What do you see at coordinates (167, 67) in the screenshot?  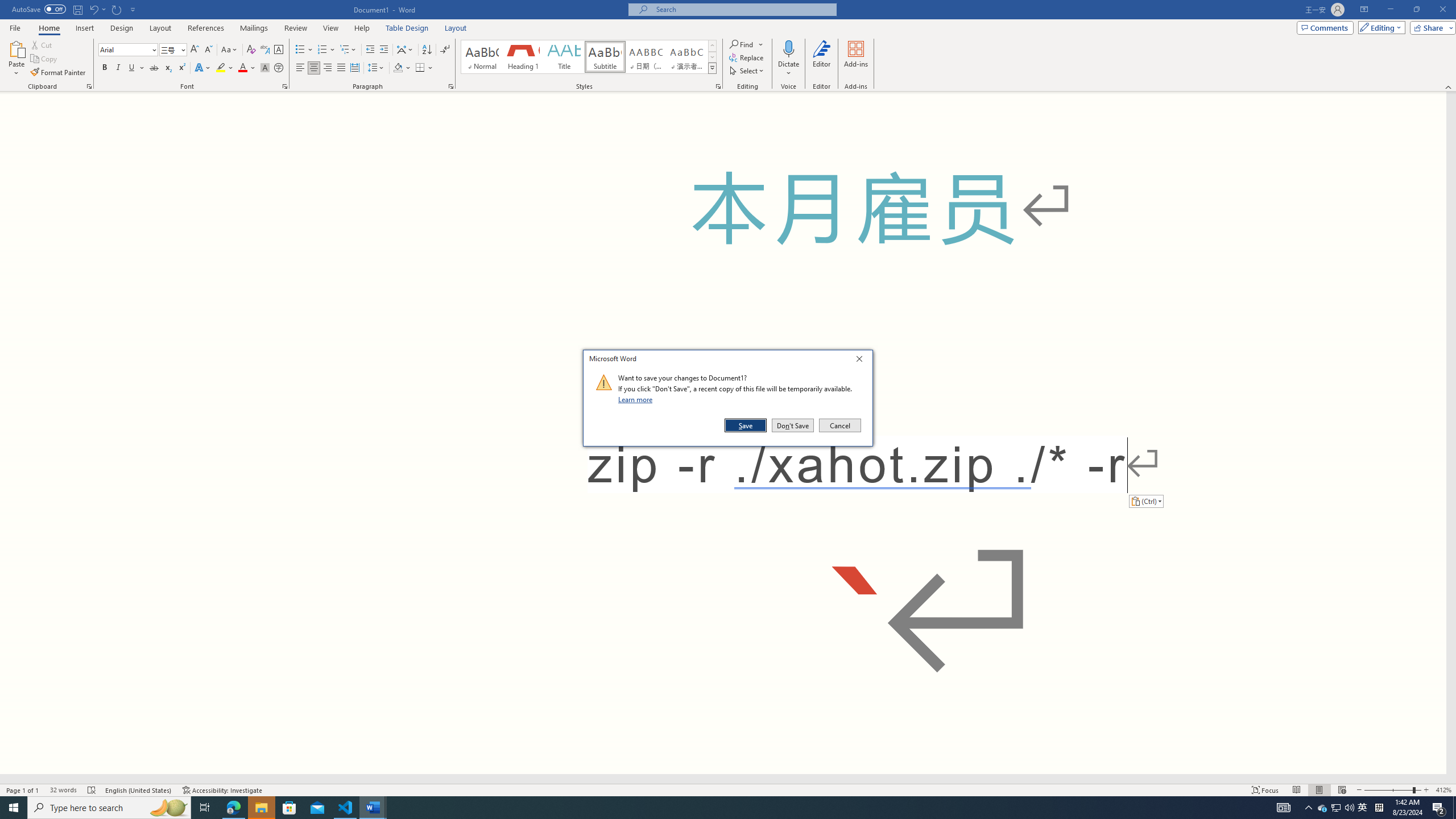 I see `'Subscript'` at bounding box center [167, 67].